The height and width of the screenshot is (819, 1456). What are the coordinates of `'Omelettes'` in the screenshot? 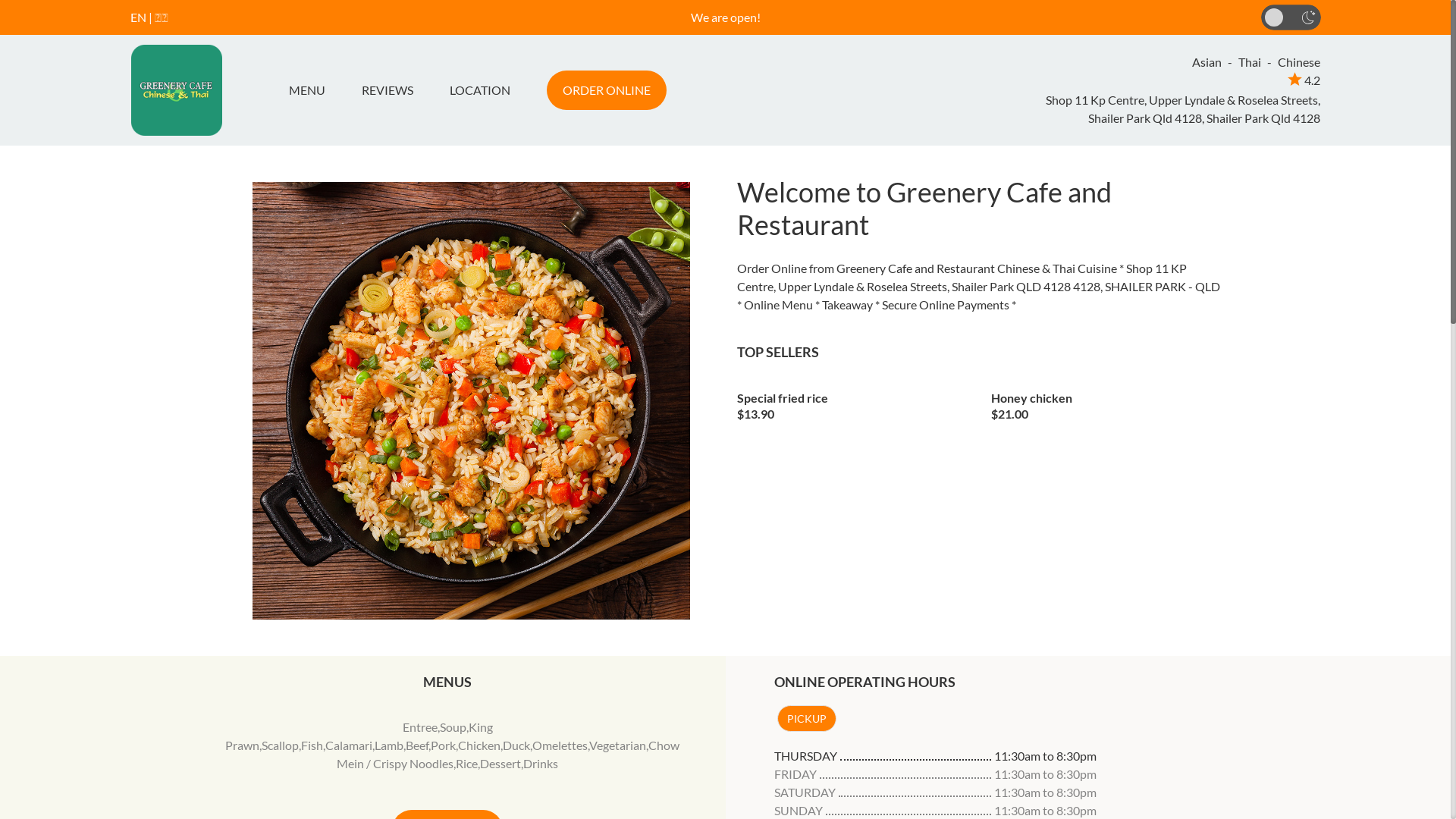 It's located at (532, 744).